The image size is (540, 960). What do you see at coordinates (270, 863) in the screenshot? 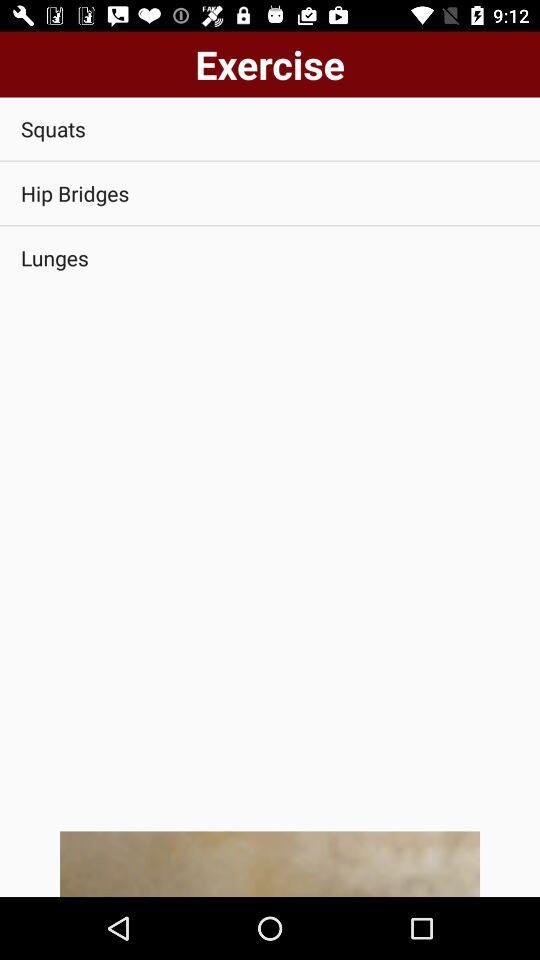
I see `item below lunges` at bounding box center [270, 863].